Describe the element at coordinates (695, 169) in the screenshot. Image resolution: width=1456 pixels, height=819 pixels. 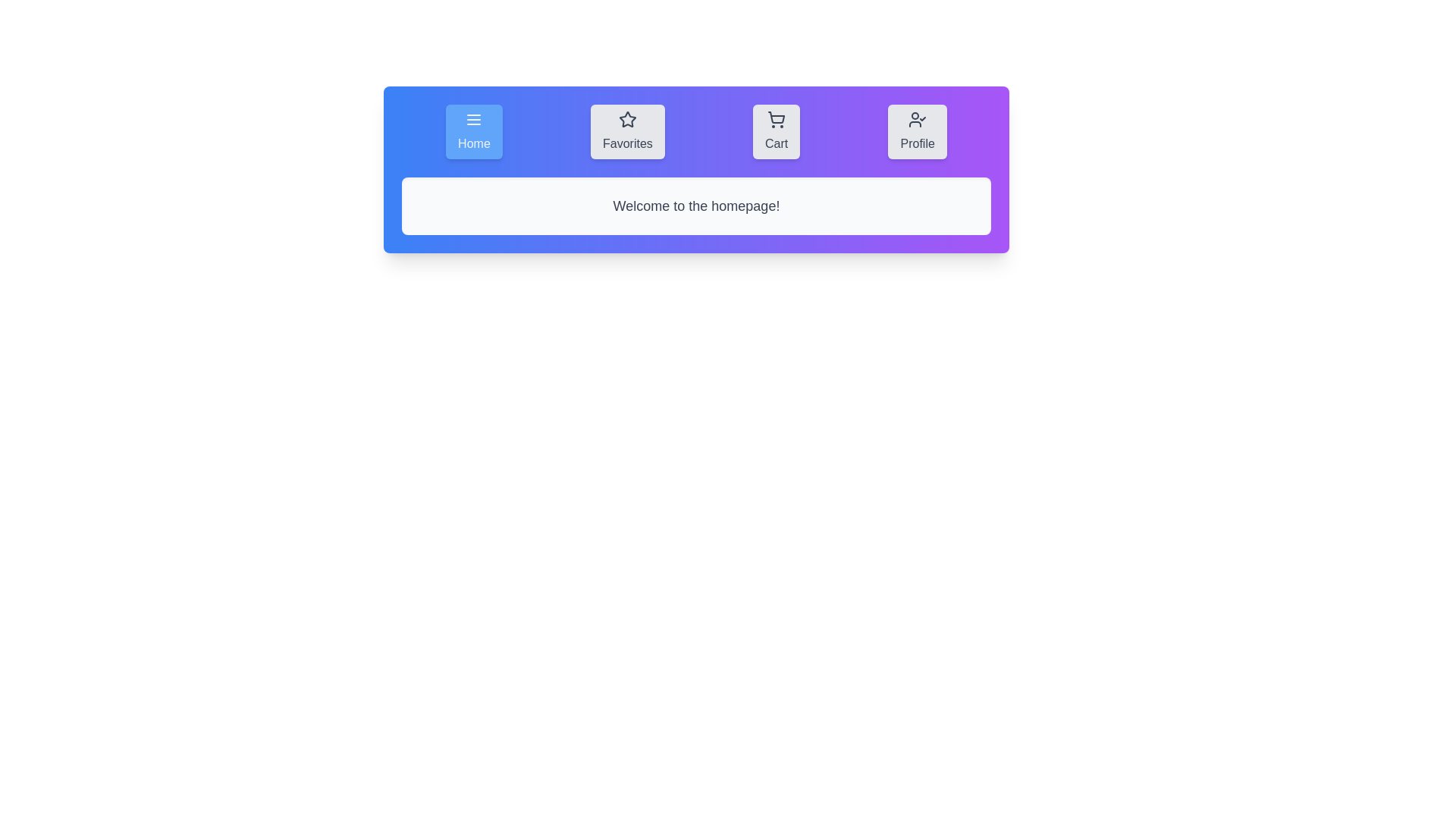
I see `welcome message displayed in the white rectangular area at the center of the composite UI component that contains the navigation bar and text area` at that location.